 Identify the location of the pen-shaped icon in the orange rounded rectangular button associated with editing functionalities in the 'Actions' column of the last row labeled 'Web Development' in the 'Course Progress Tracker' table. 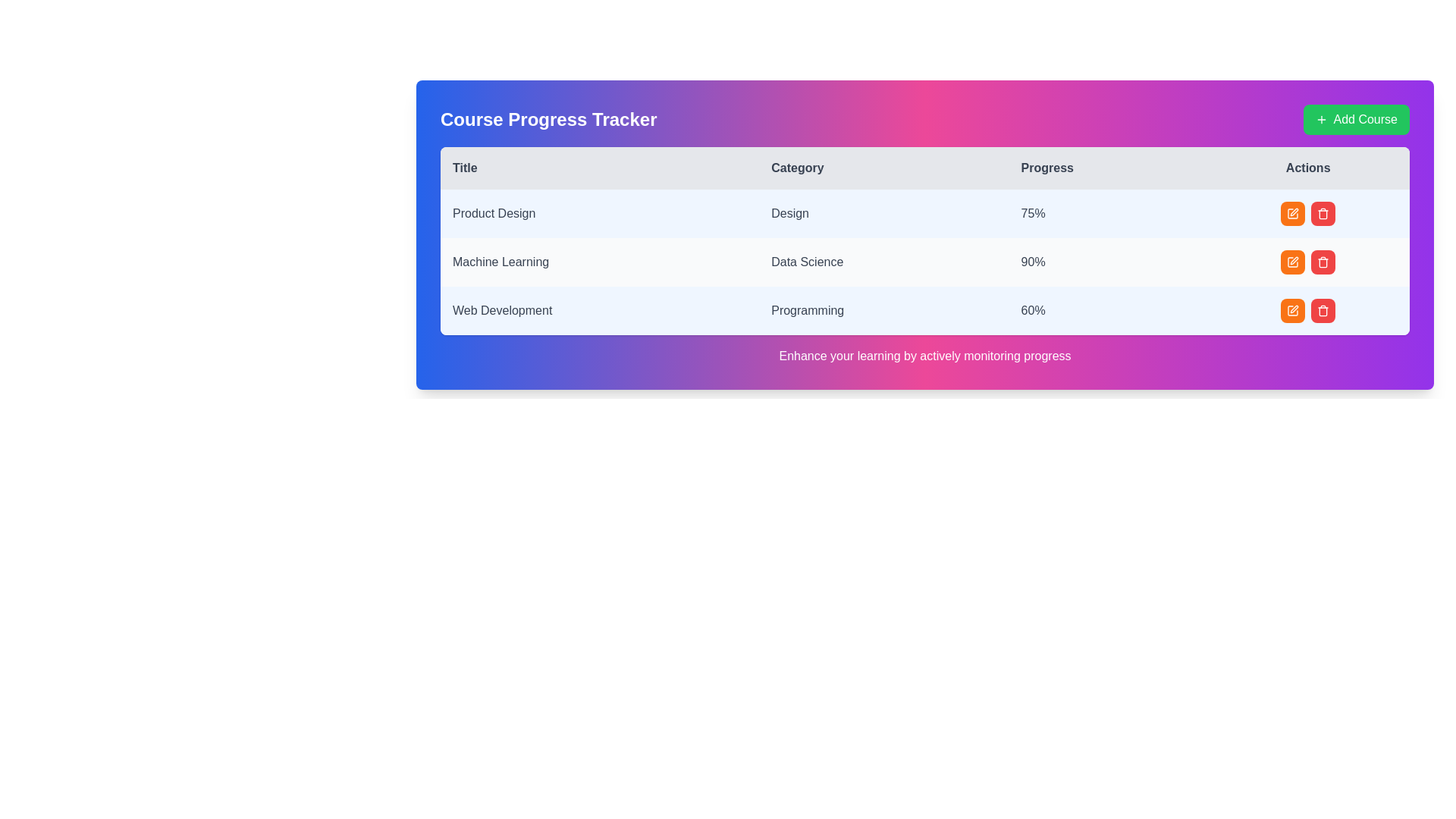
(1292, 309).